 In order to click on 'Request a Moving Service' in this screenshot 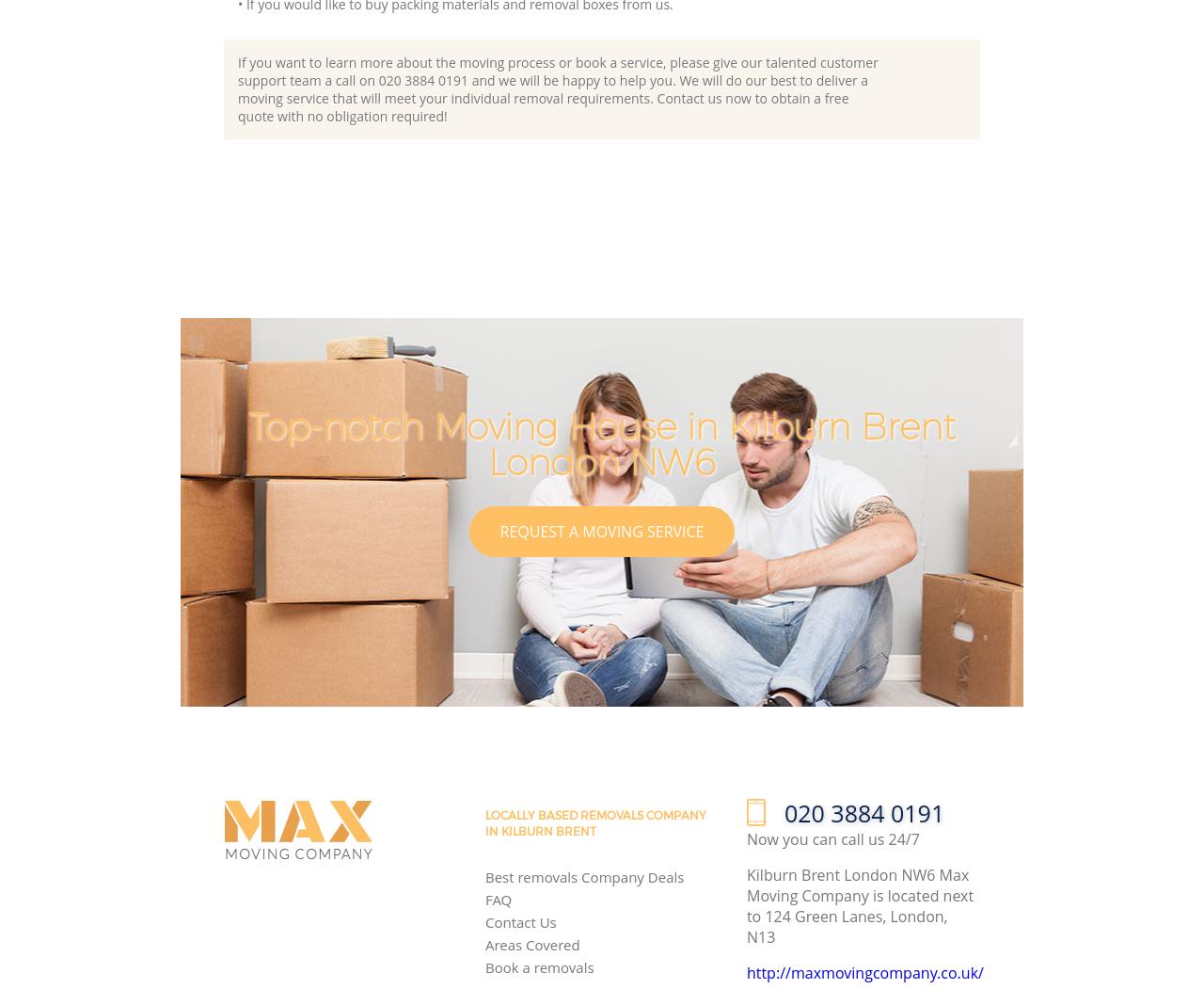, I will do `click(600, 530)`.